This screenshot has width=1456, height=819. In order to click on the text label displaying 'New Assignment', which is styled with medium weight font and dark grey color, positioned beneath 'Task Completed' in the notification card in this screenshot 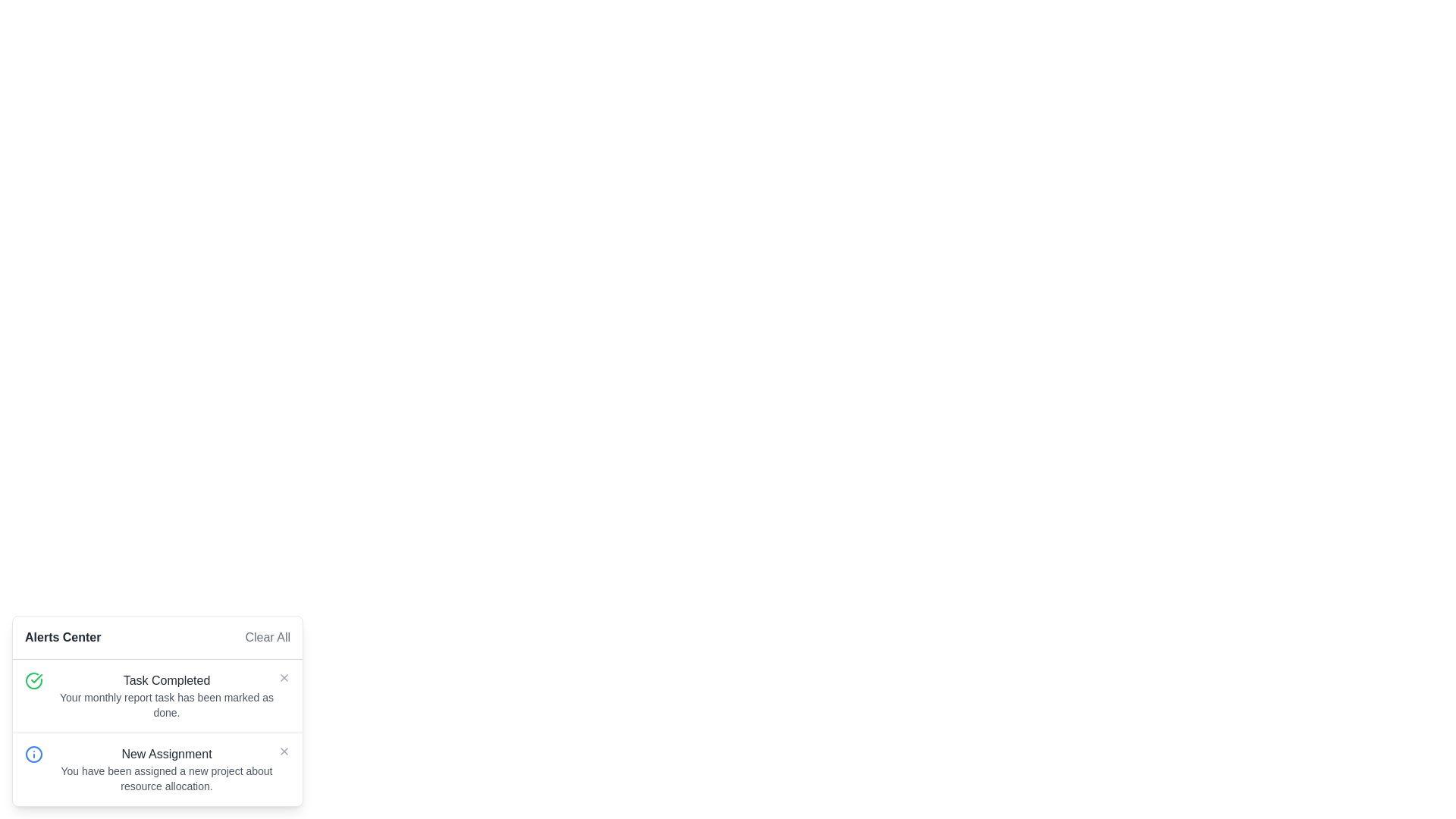, I will do `click(167, 755)`.